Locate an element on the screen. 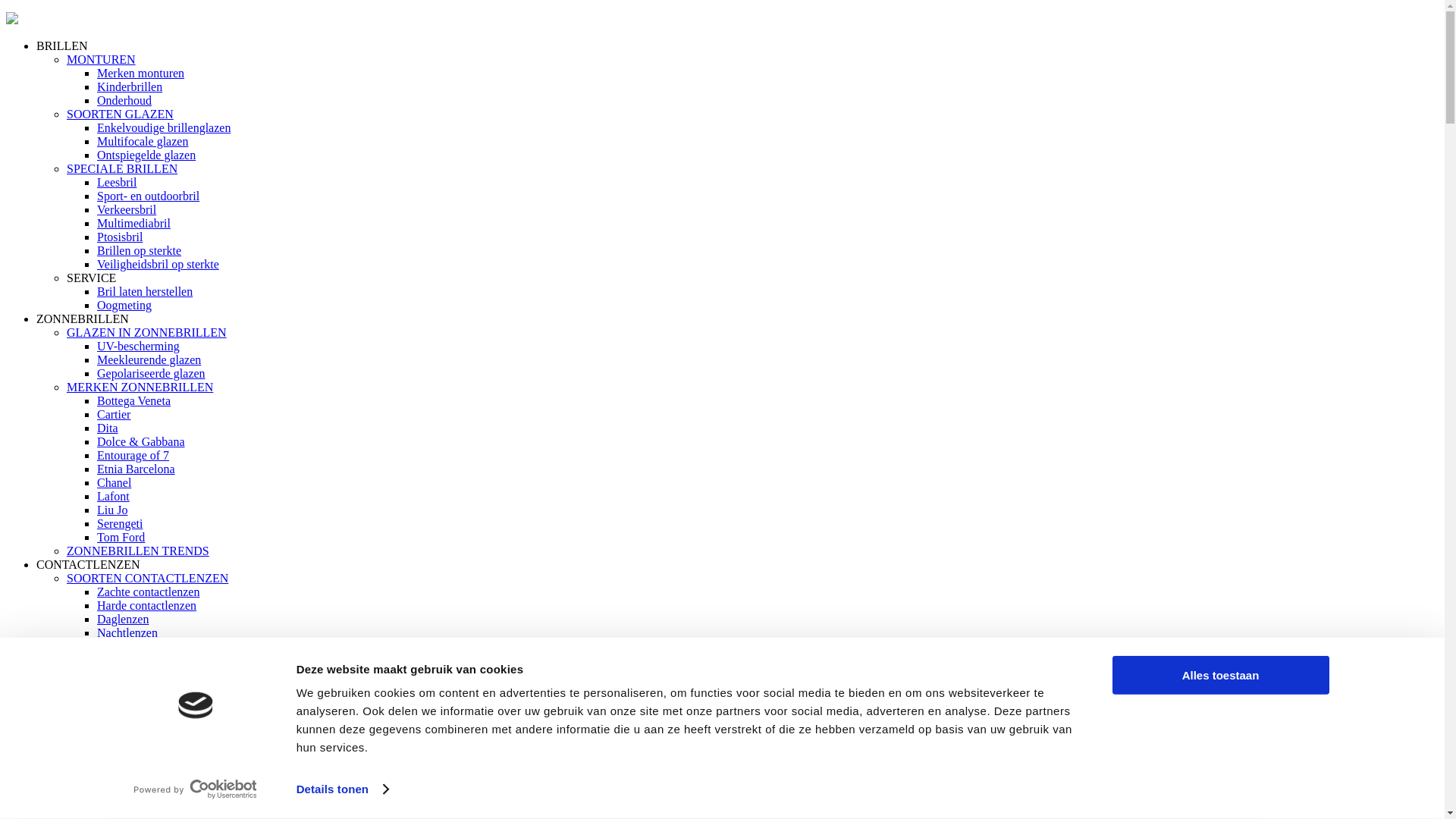  'MONTUREN' is located at coordinates (100, 58).